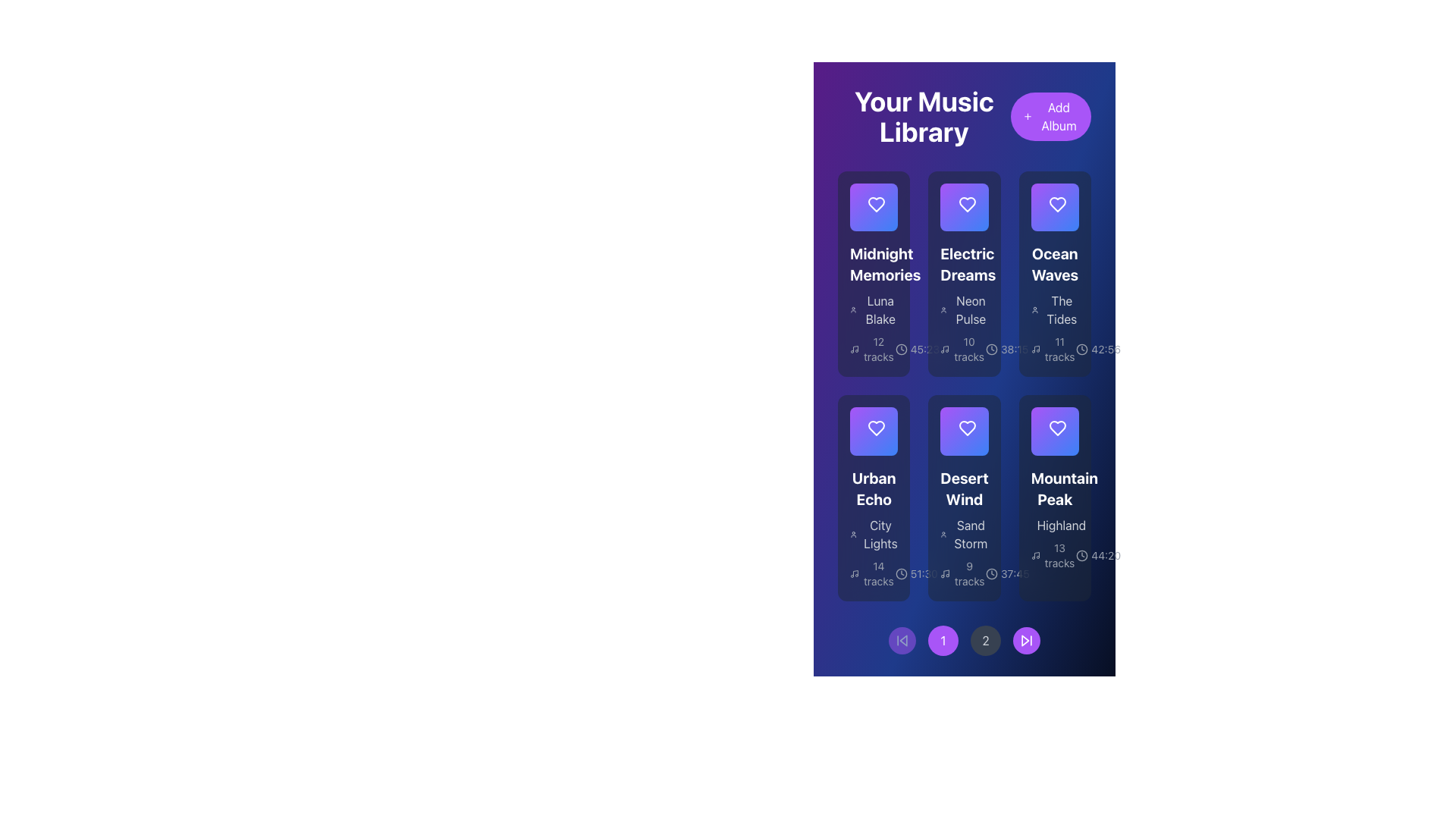 The image size is (1456, 819). What do you see at coordinates (877, 207) in the screenshot?
I see `the heart-shaped icon button at the top center of the first album card in 'Your Music Library'` at bounding box center [877, 207].